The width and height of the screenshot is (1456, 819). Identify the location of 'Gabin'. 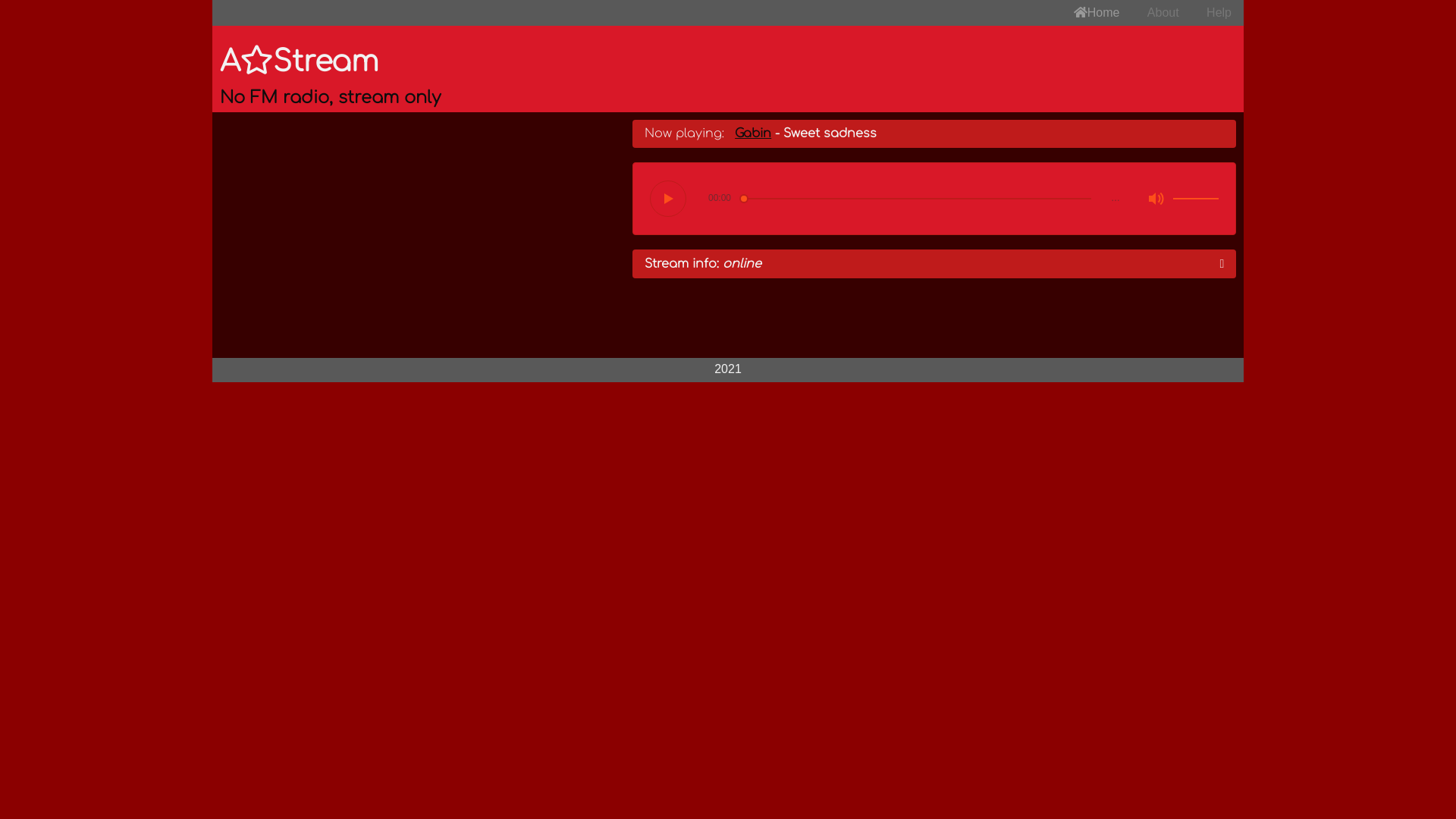
(753, 133).